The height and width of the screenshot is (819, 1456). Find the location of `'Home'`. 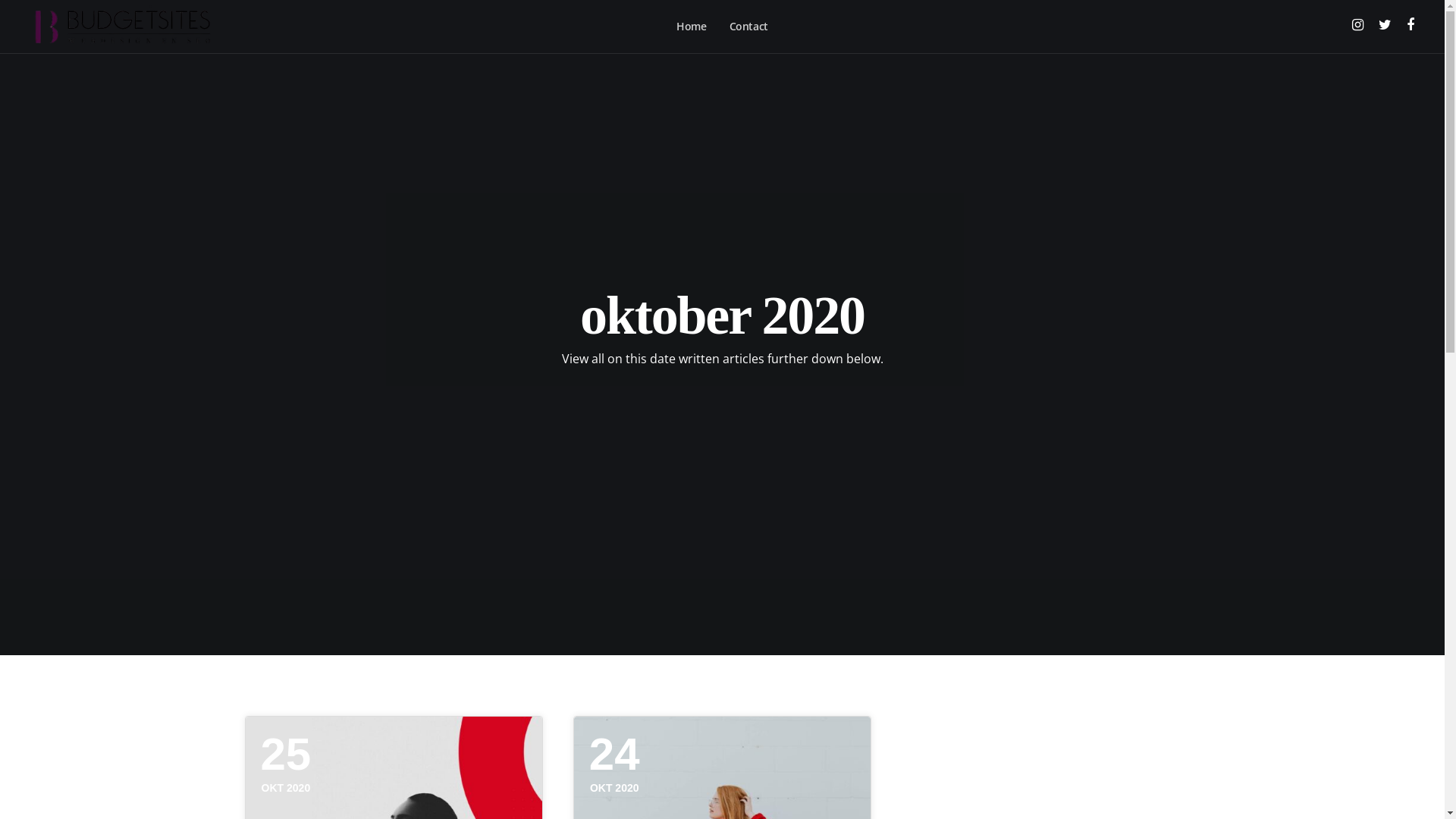

'Home' is located at coordinates (690, 26).